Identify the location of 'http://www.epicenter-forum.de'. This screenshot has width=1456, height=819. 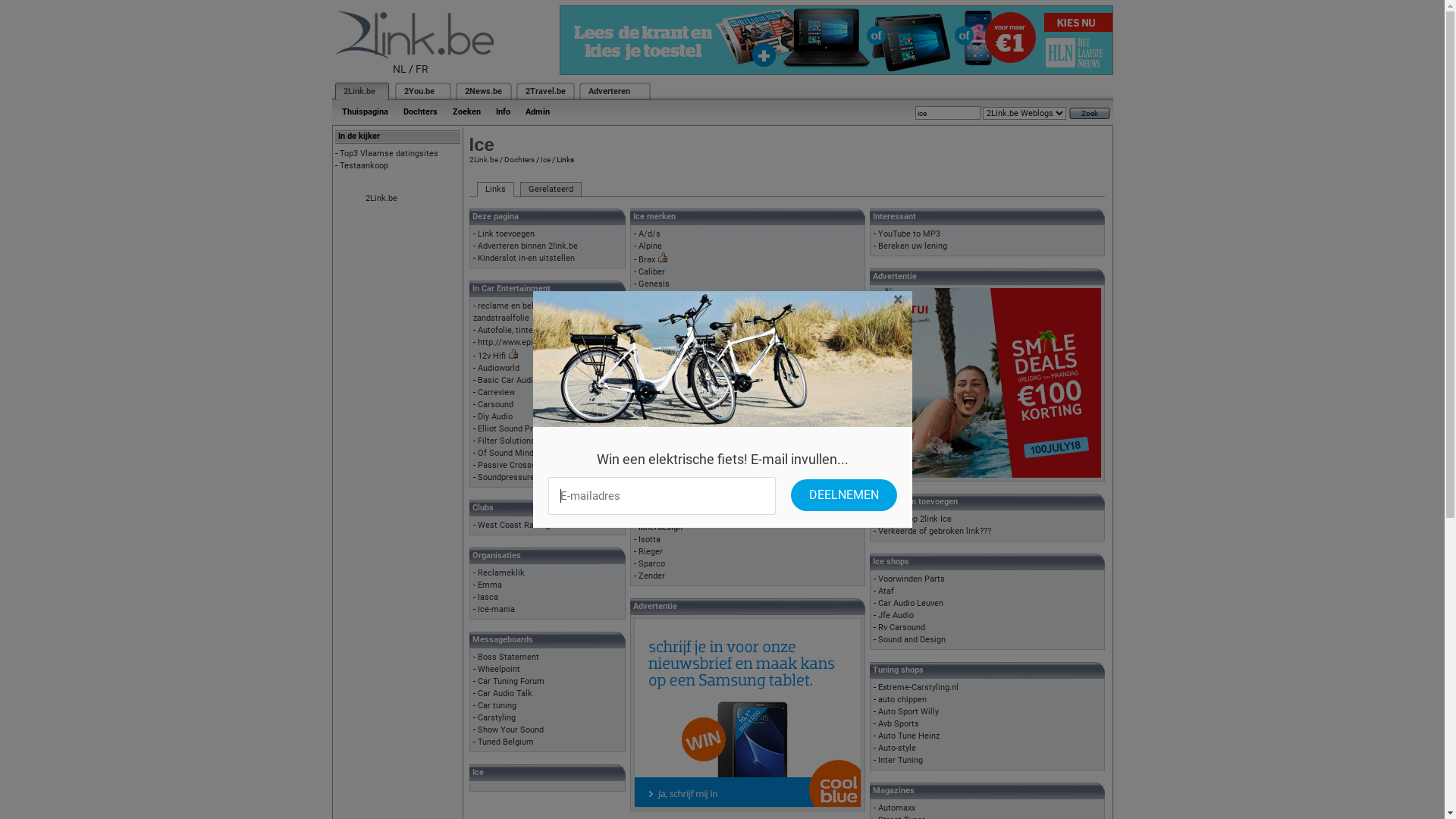
(535, 342).